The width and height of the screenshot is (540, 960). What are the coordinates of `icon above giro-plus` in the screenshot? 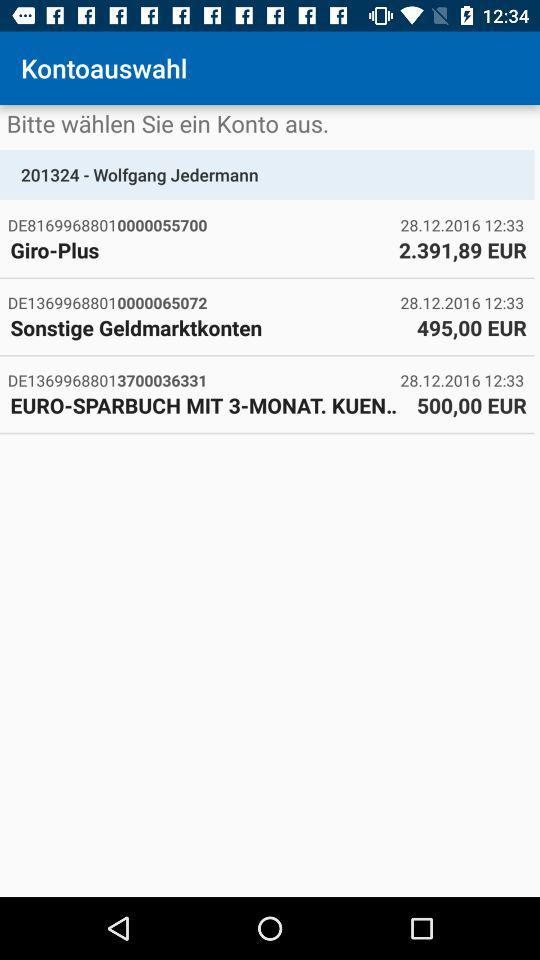 It's located at (203, 225).